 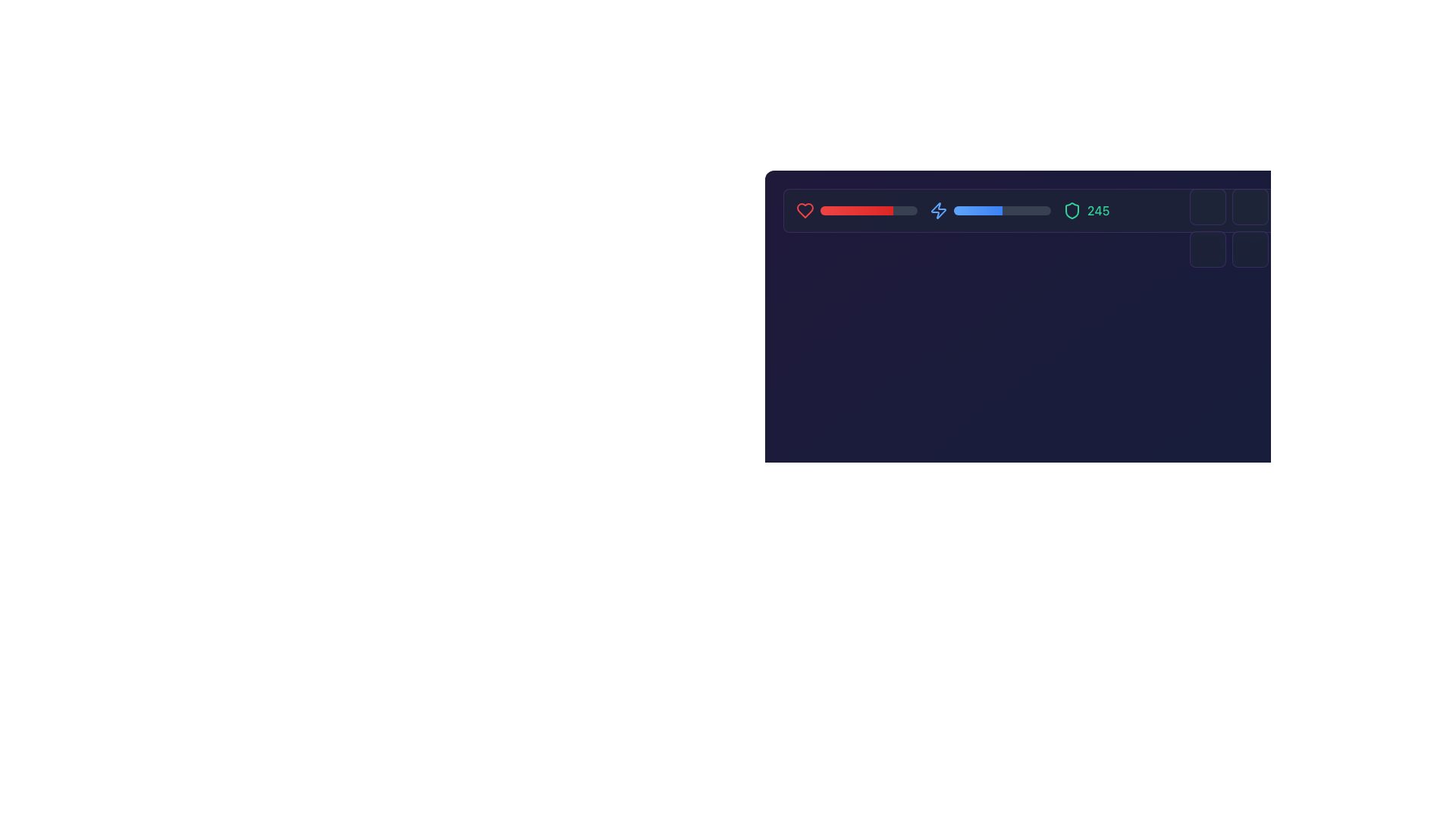 What do you see at coordinates (869, 210) in the screenshot?
I see `the progress bar located in the top-right area of the interface, adjacent to the heart icon, which visually represents a status or progress level` at bounding box center [869, 210].